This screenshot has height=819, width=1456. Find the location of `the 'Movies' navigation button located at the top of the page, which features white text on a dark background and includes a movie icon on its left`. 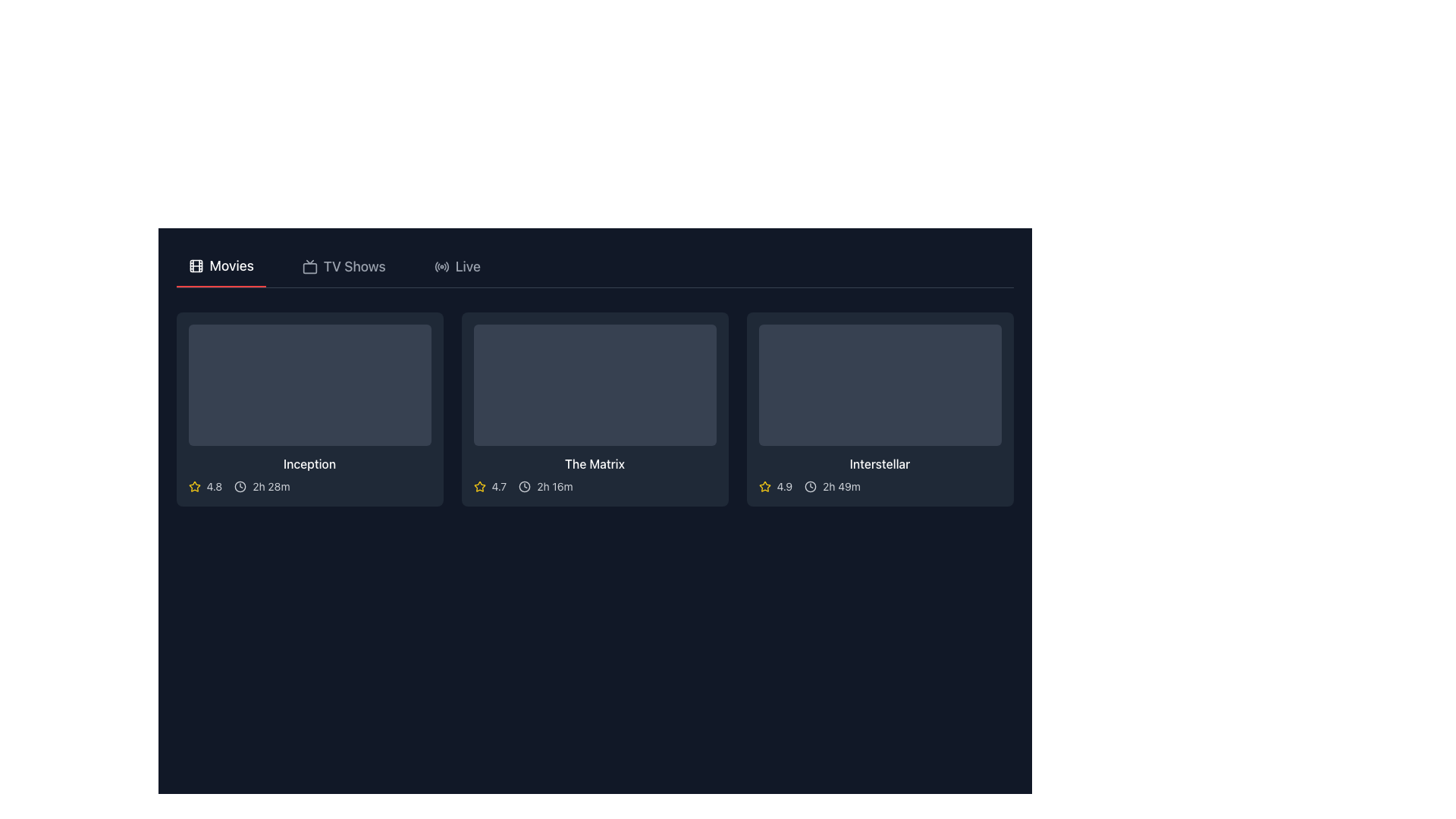

the 'Movies' navigation button located at the top of the page, which features white text on a dark background and includes a movie icon on its left is located at coordinates (220, 265).